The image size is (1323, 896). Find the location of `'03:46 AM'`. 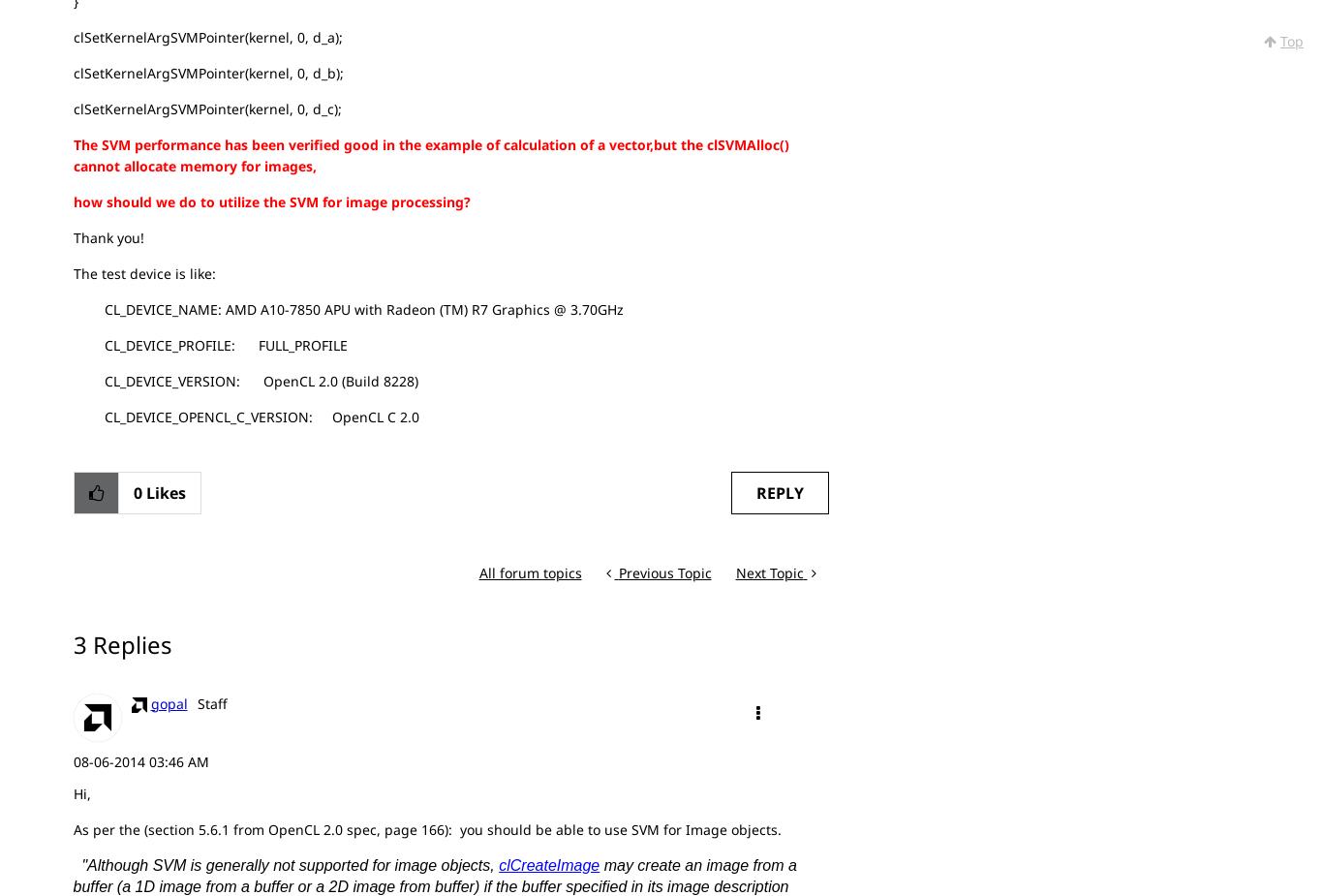

'03:46 AM' is located at coordinates (177, 760).